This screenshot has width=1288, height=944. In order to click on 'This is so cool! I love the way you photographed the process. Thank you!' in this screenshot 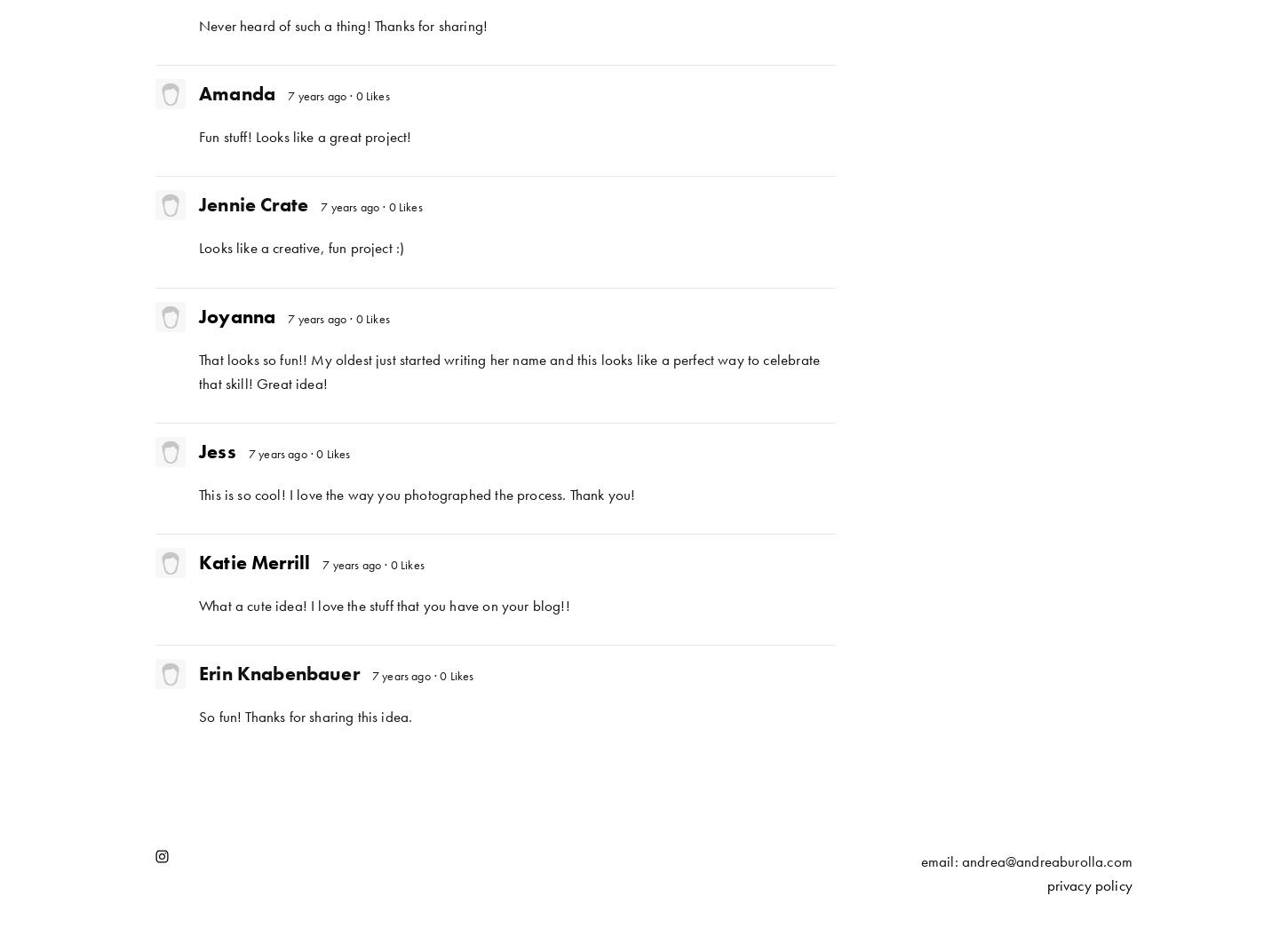, I will do `click(416, 492)`.